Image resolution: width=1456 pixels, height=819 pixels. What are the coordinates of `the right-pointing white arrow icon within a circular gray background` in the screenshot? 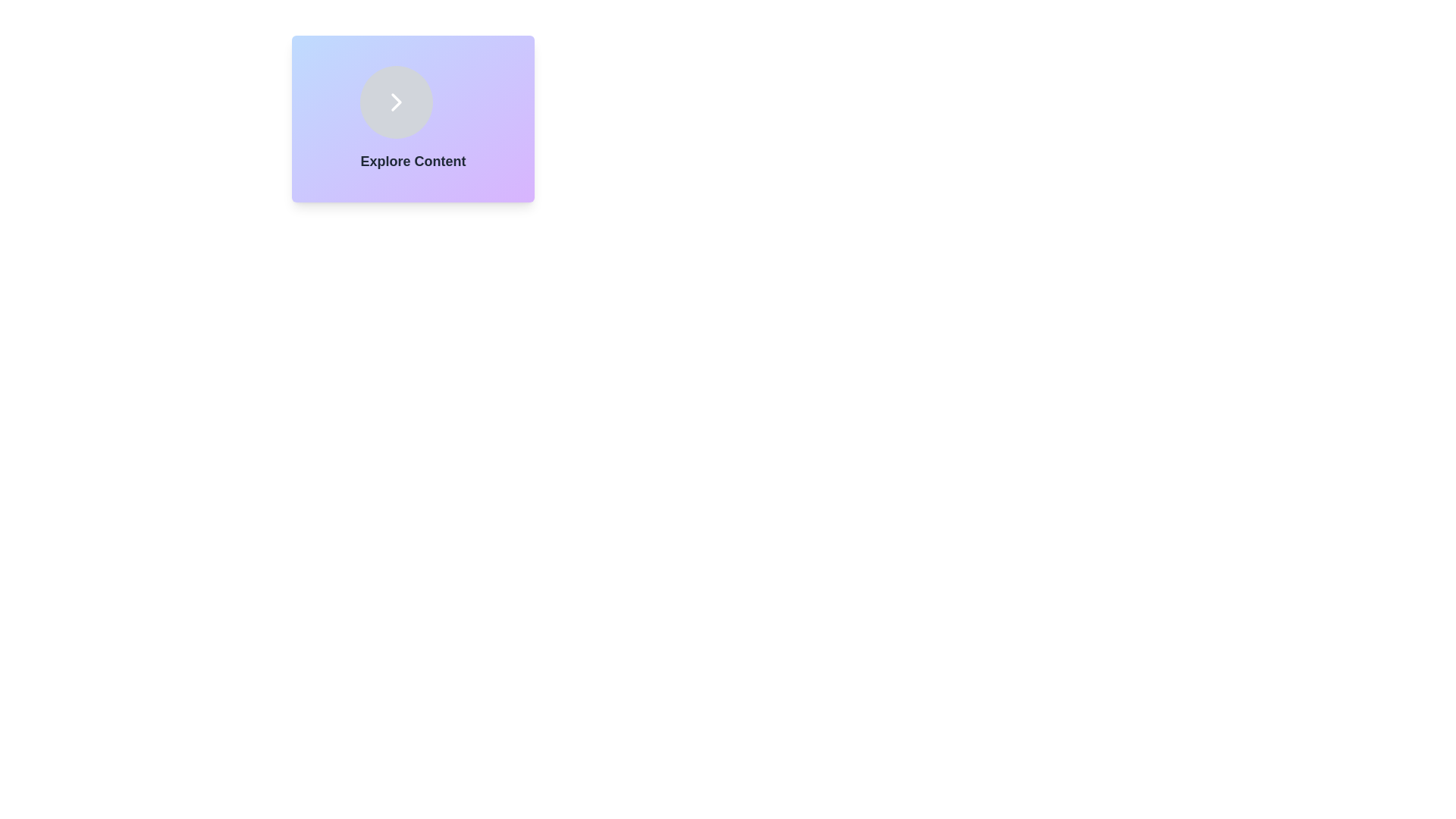 It's located at (397, 102).